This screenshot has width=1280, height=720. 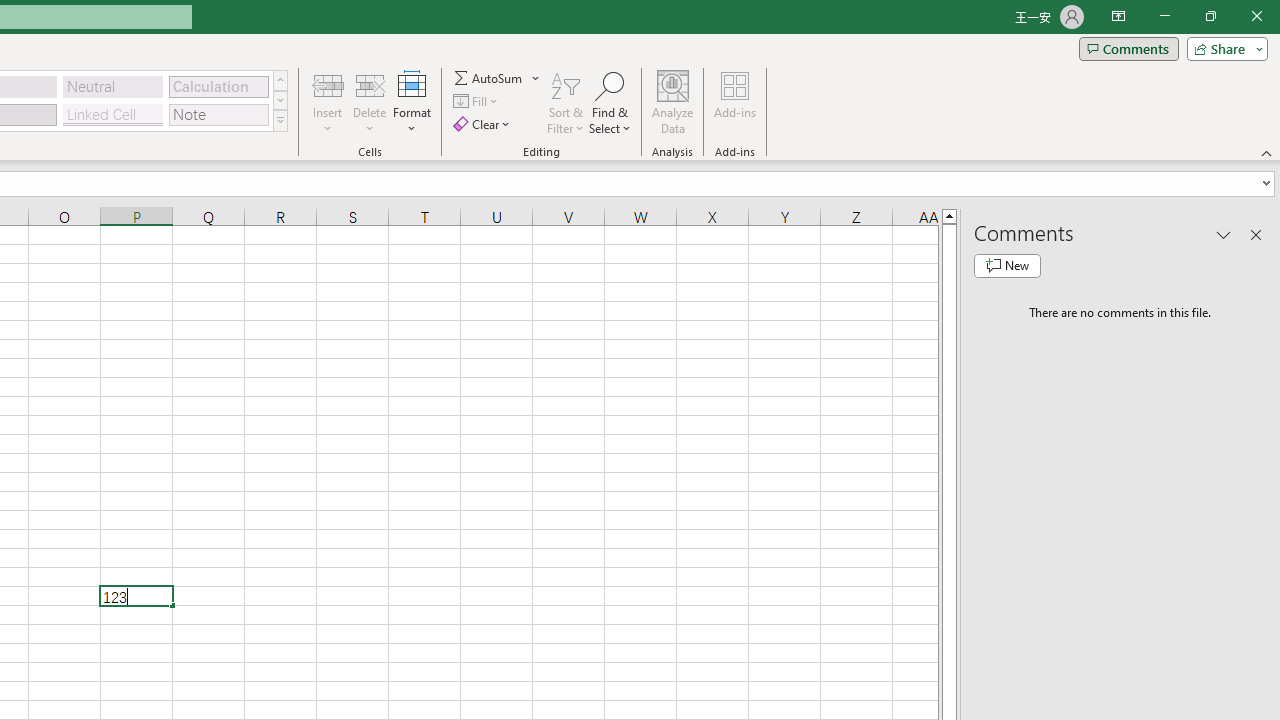 What do you see at coordinates (328, 103) in the screenshot?
I see `'Insert'` at bounding box center [328, 103].